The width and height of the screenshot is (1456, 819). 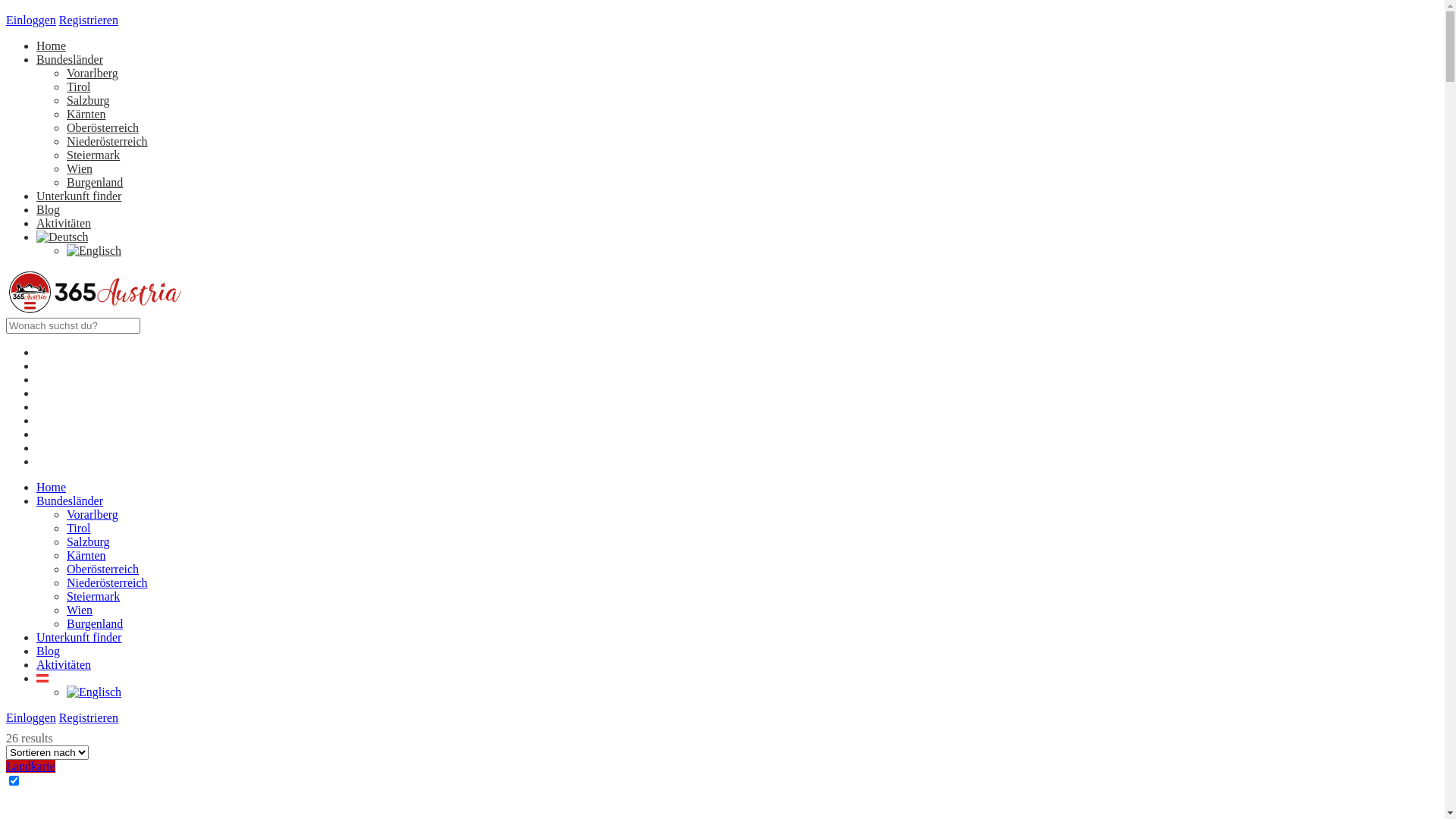 I want to click on 'Einloggen', so click(x=31, y=683).